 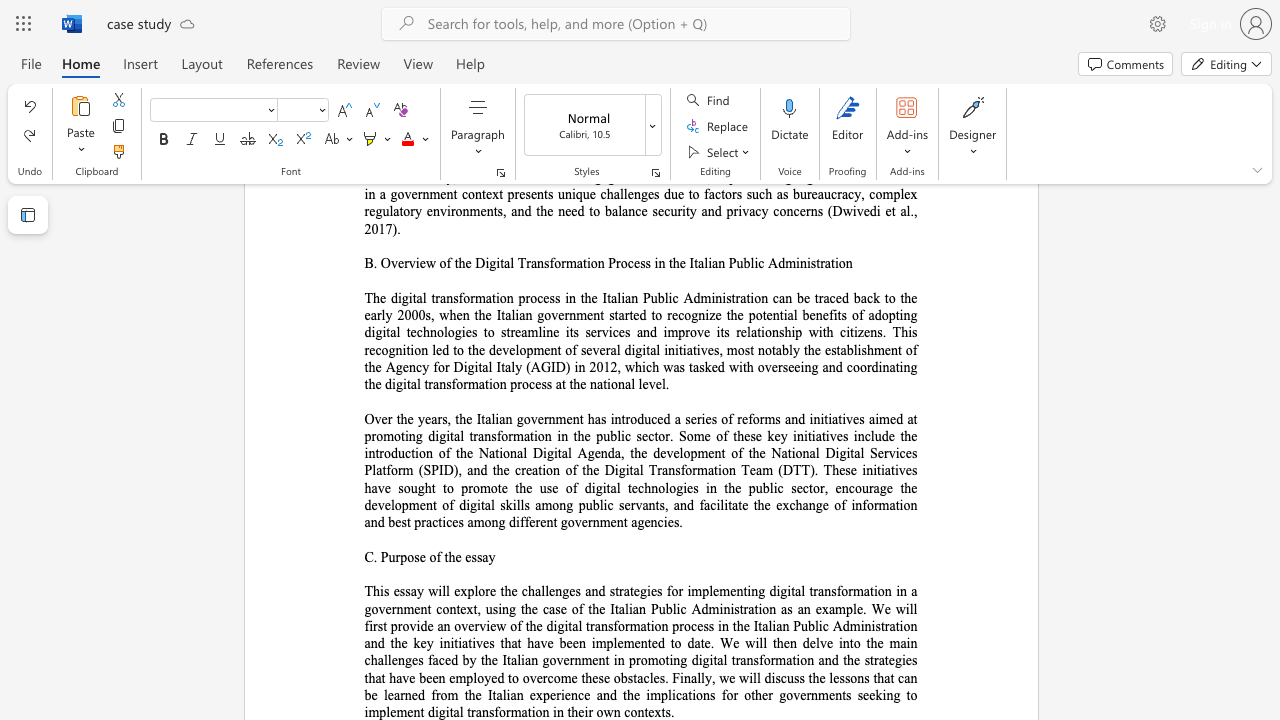 What do you see at coordinates (786, 677) in the screenshot?
I see `the space between the continuous character "c" and "u" in the text` at bounding box center [786, 677].